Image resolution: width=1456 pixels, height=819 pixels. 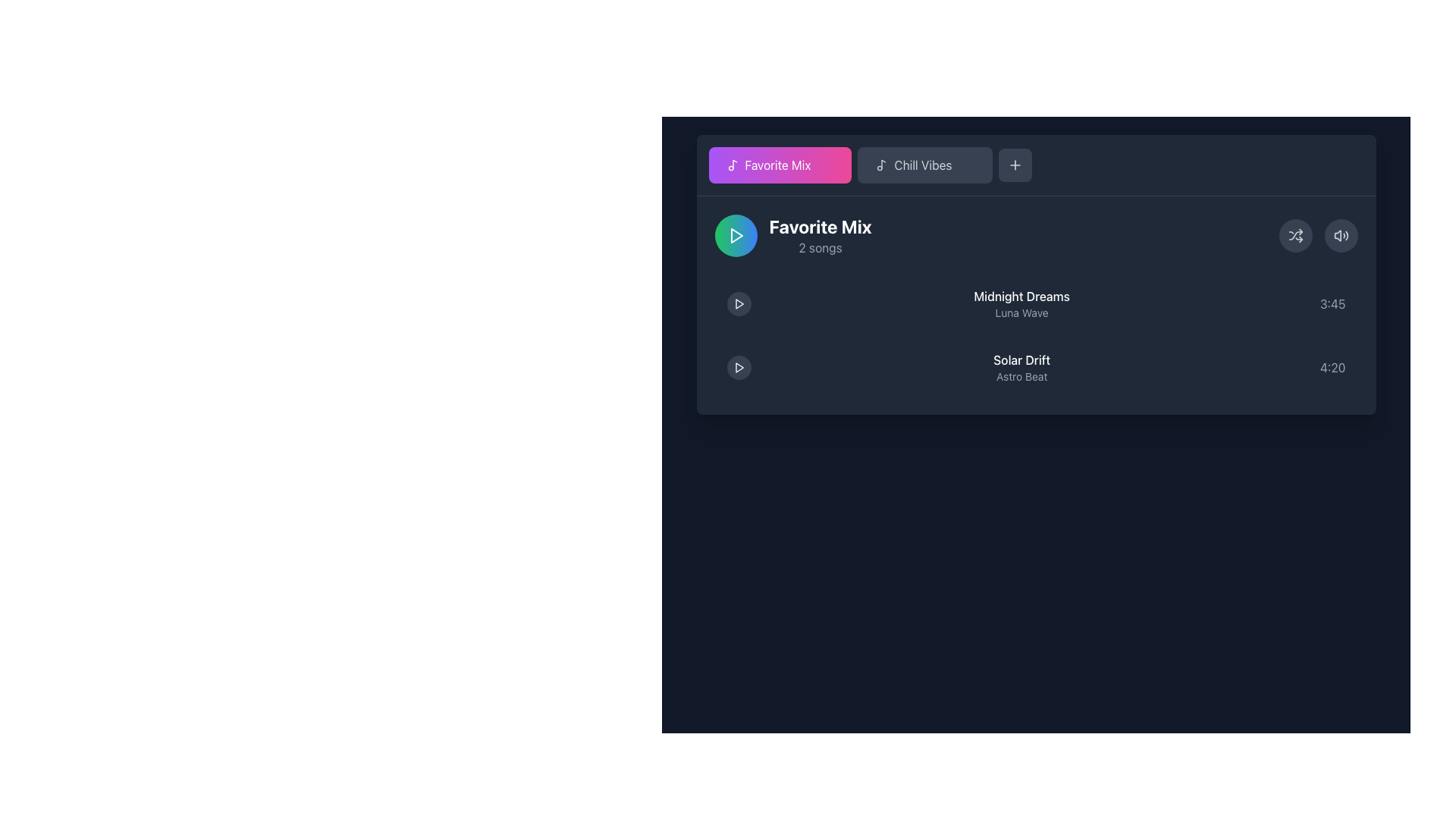 I want to click on the 'Solar Drift' text display element, which is the second item in the 'Favorite Mix' playlist, so click(x=1021, y=368).